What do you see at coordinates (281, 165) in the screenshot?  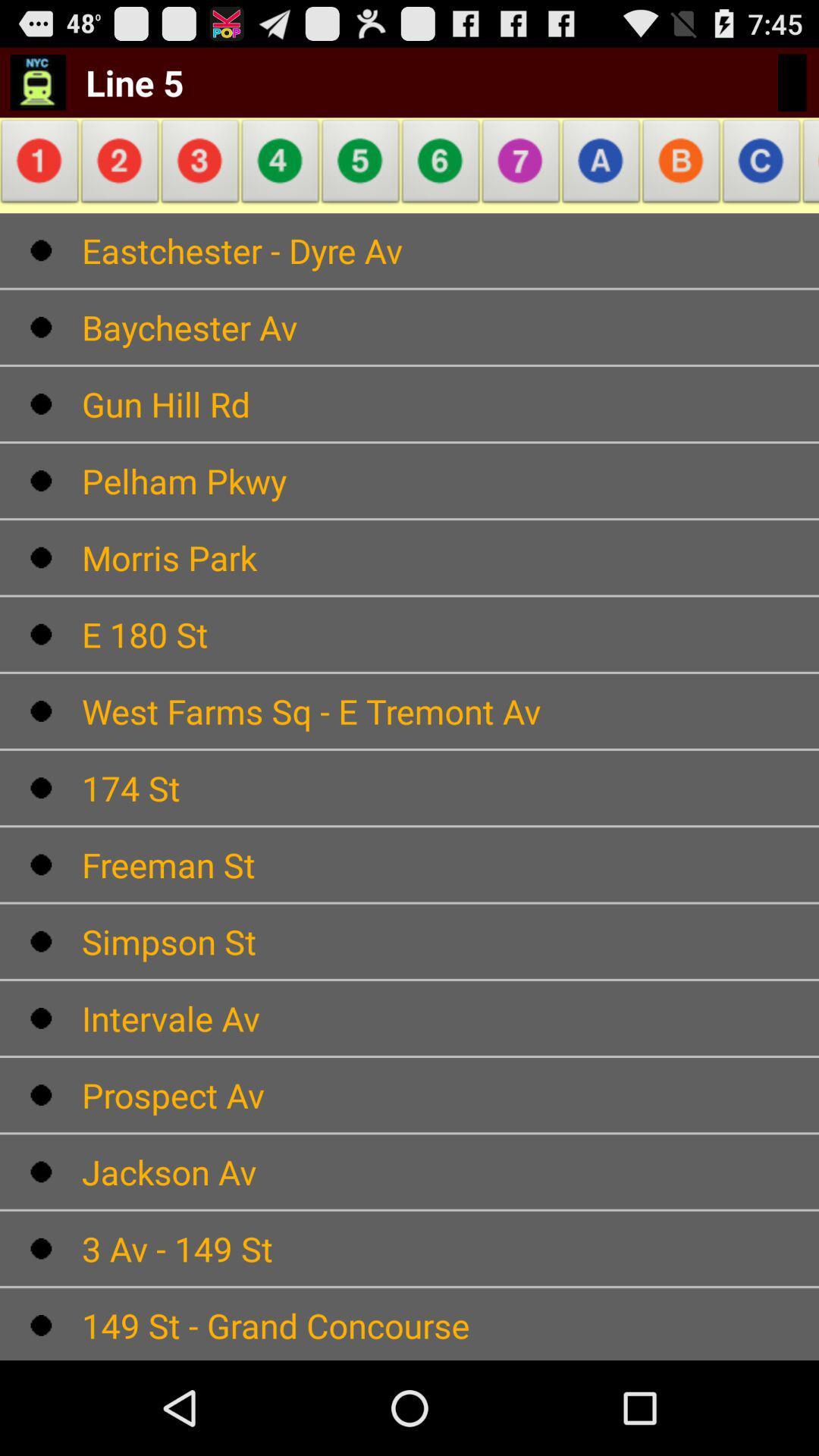 I see `the icon above eastchester - dyre av icon` at bounding box center [281, 165].